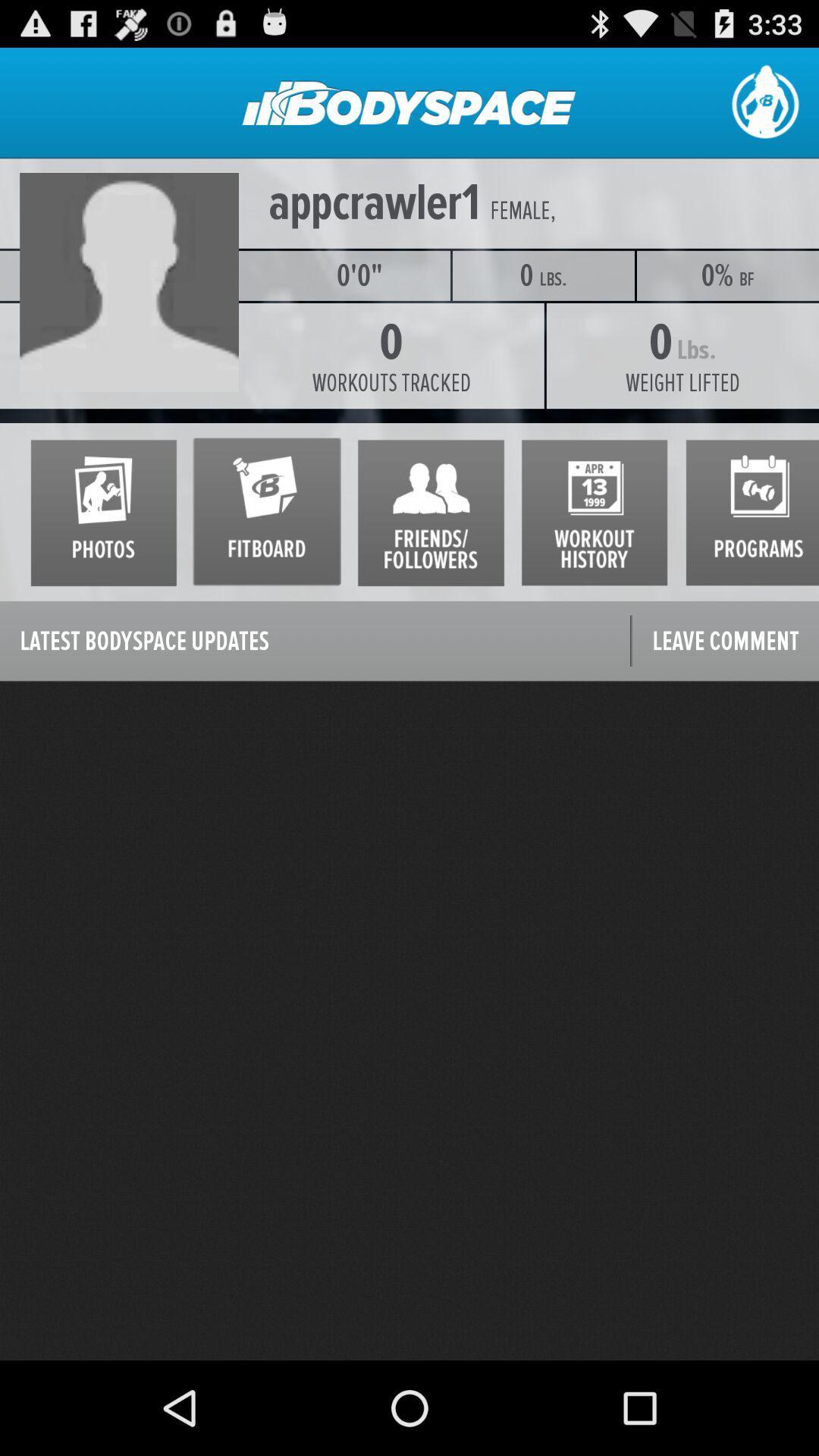 The width and height of the screenshot is (819, 1456). What do you see at coordinates (746, 279) in the screenshot?
I see `bf` at bounding box center [746, 279].